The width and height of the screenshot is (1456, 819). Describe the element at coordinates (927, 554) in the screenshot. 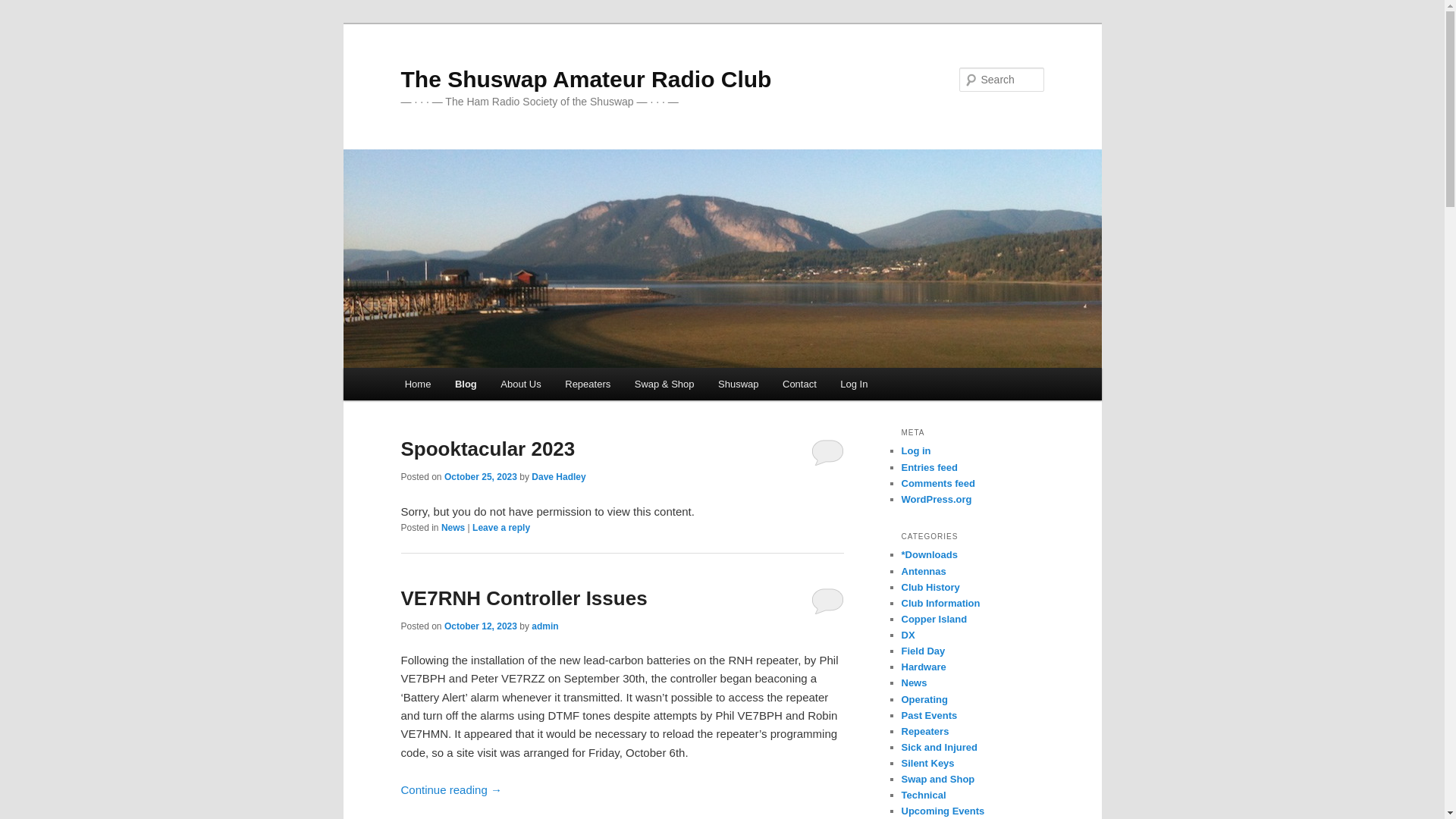

I see `'*Downloads'` at that location.